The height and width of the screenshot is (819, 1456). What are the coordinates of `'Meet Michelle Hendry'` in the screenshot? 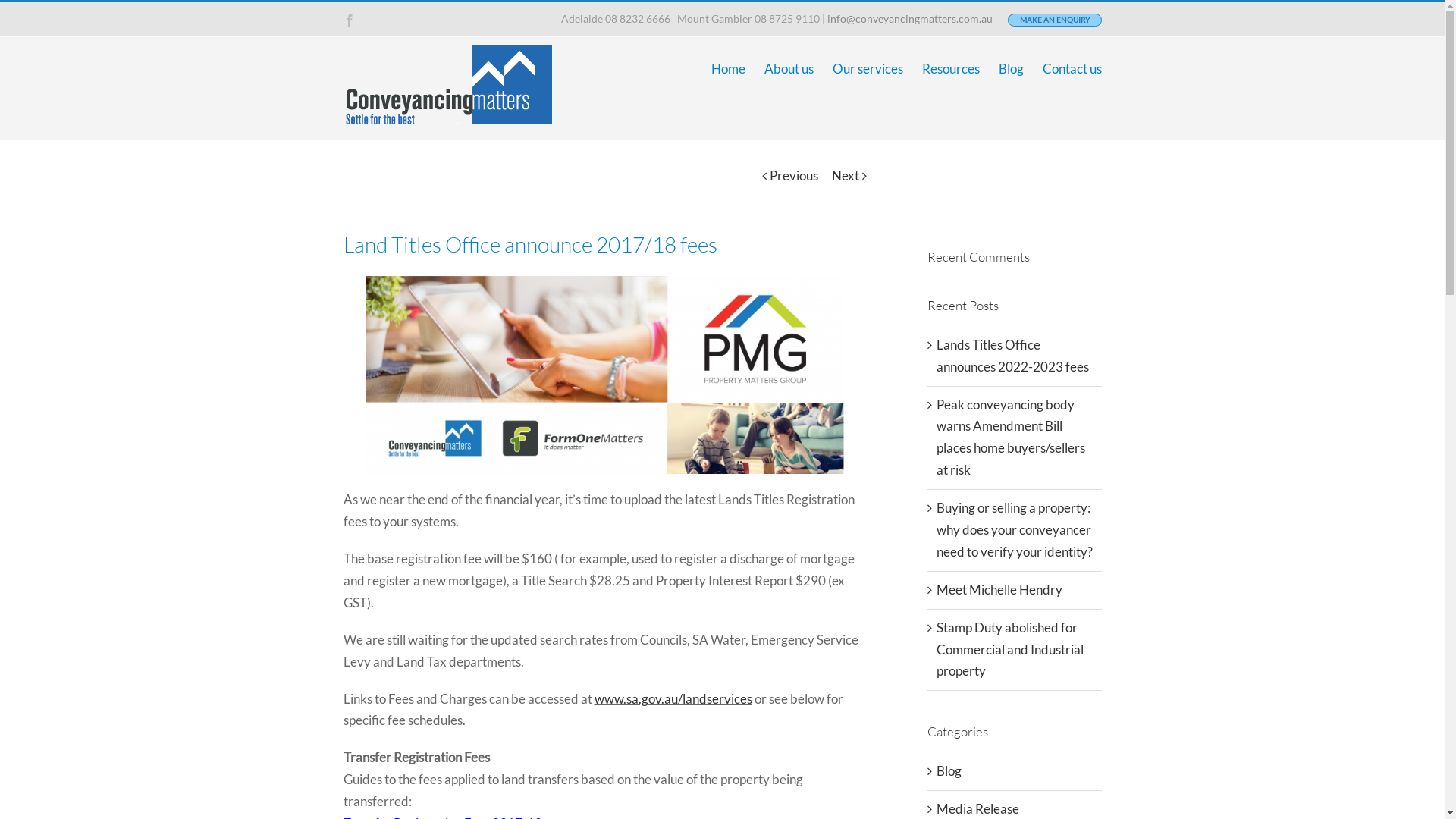 It's located at (998, 588).